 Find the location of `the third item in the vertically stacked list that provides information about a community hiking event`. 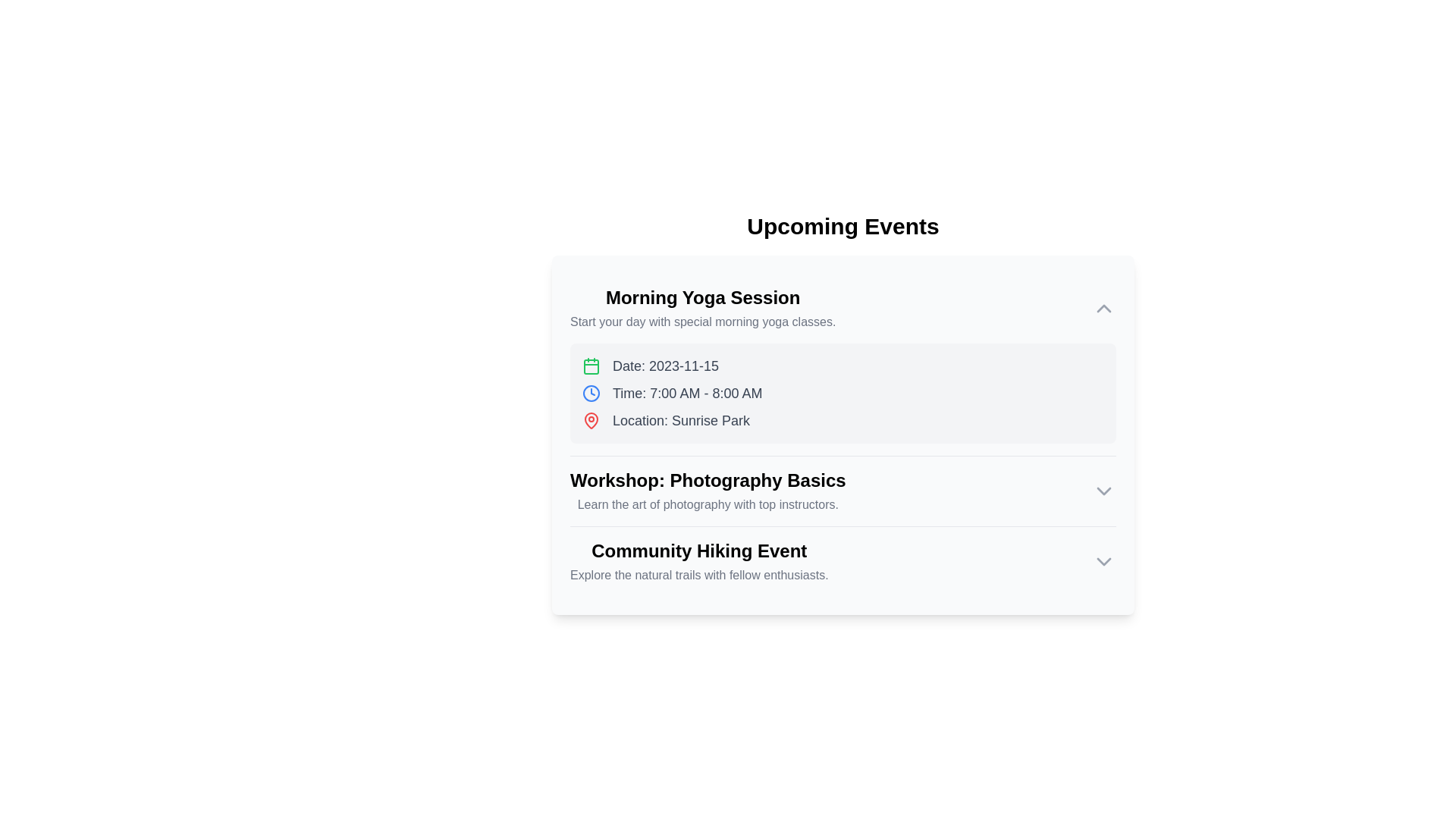

the third item in the vertically stacked list that provides information about a community hiking event is located at coordinates (843, 561).